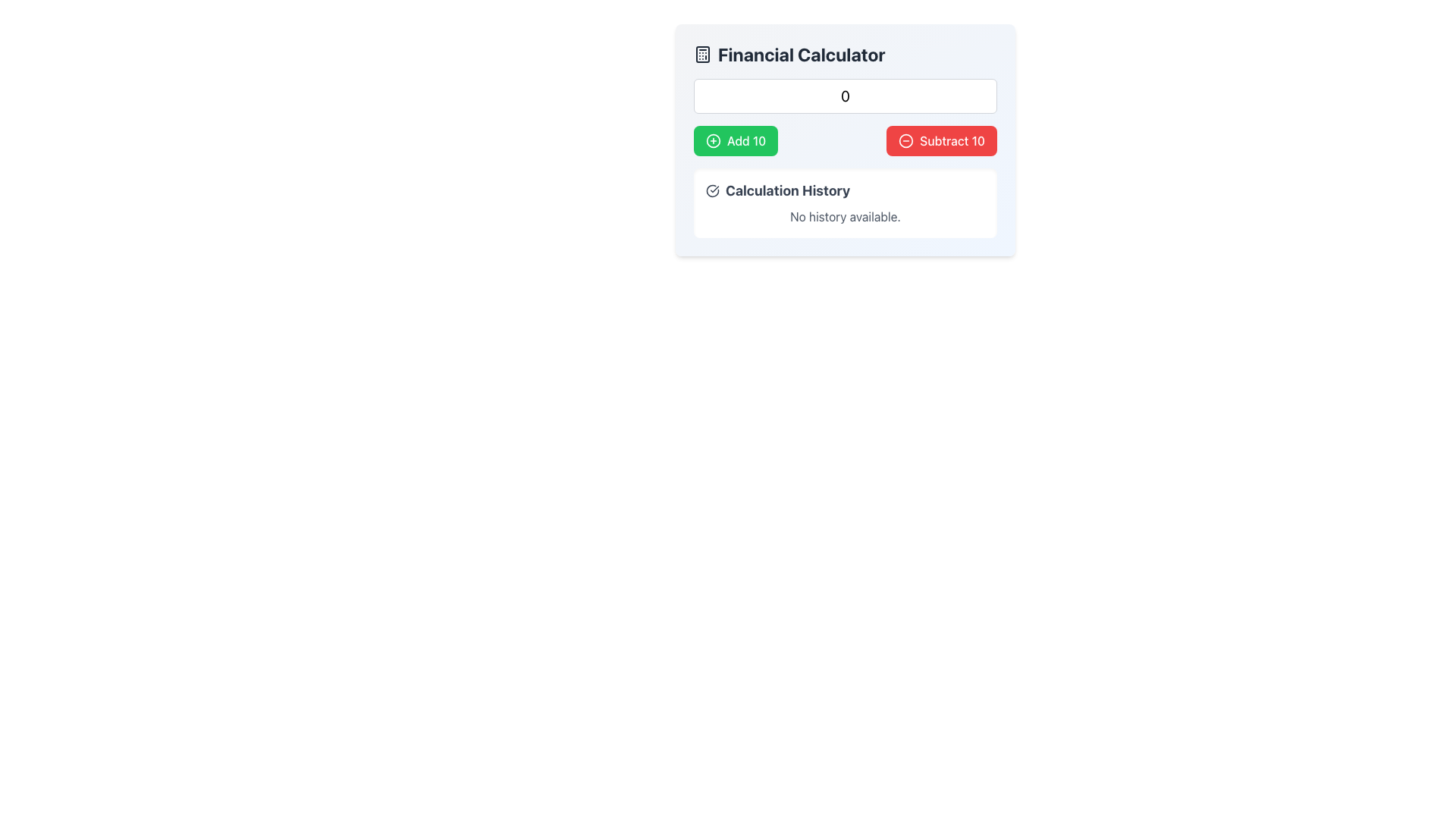 The height and width of the screenshot is (819, 1456). Describe the element at coordinates (844, 96) in the screenshot. I see `the numeric input field` at that location.